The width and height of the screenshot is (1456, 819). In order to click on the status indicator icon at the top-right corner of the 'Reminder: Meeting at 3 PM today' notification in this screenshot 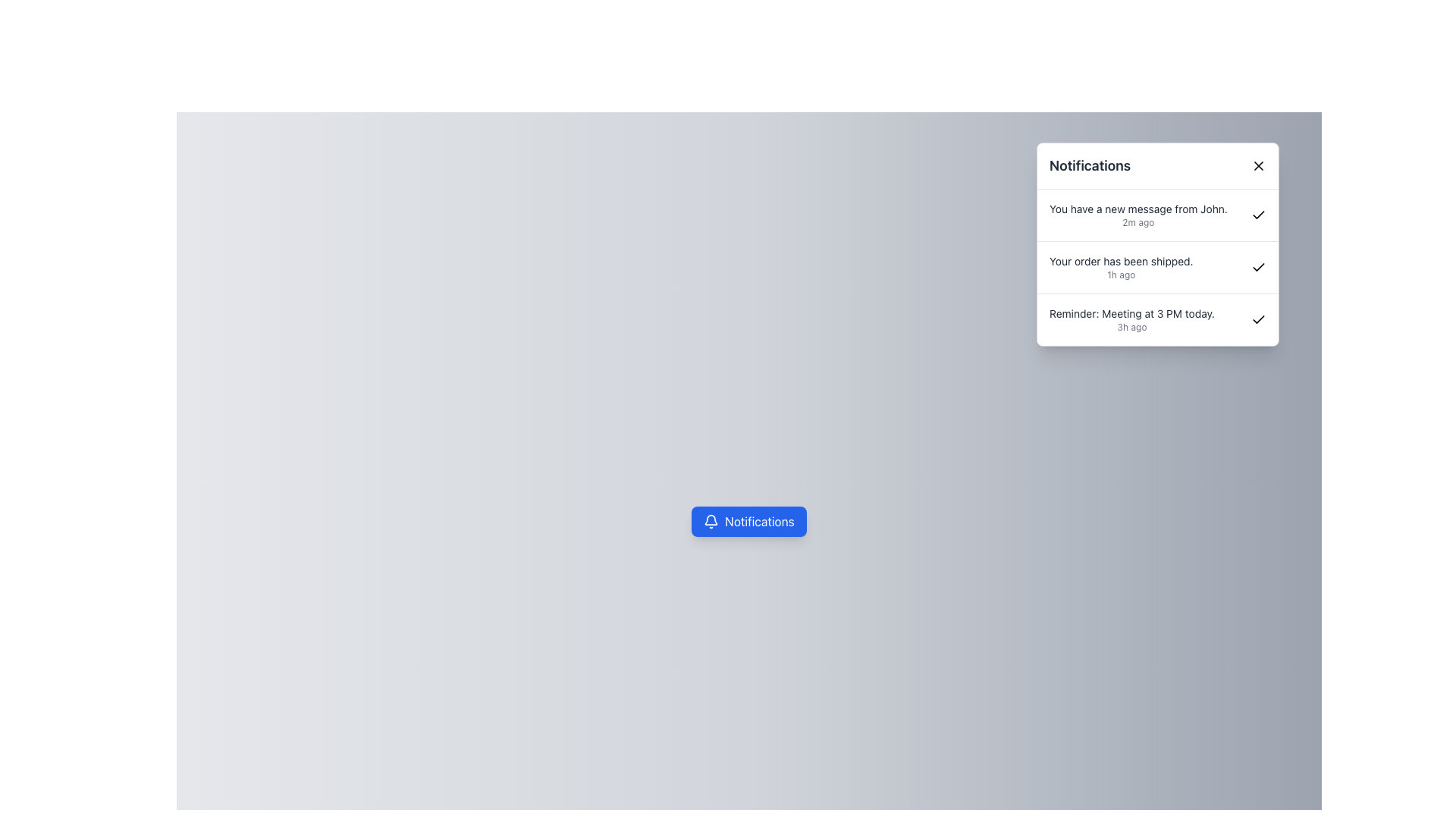, I will do `click(1259, 318)`.